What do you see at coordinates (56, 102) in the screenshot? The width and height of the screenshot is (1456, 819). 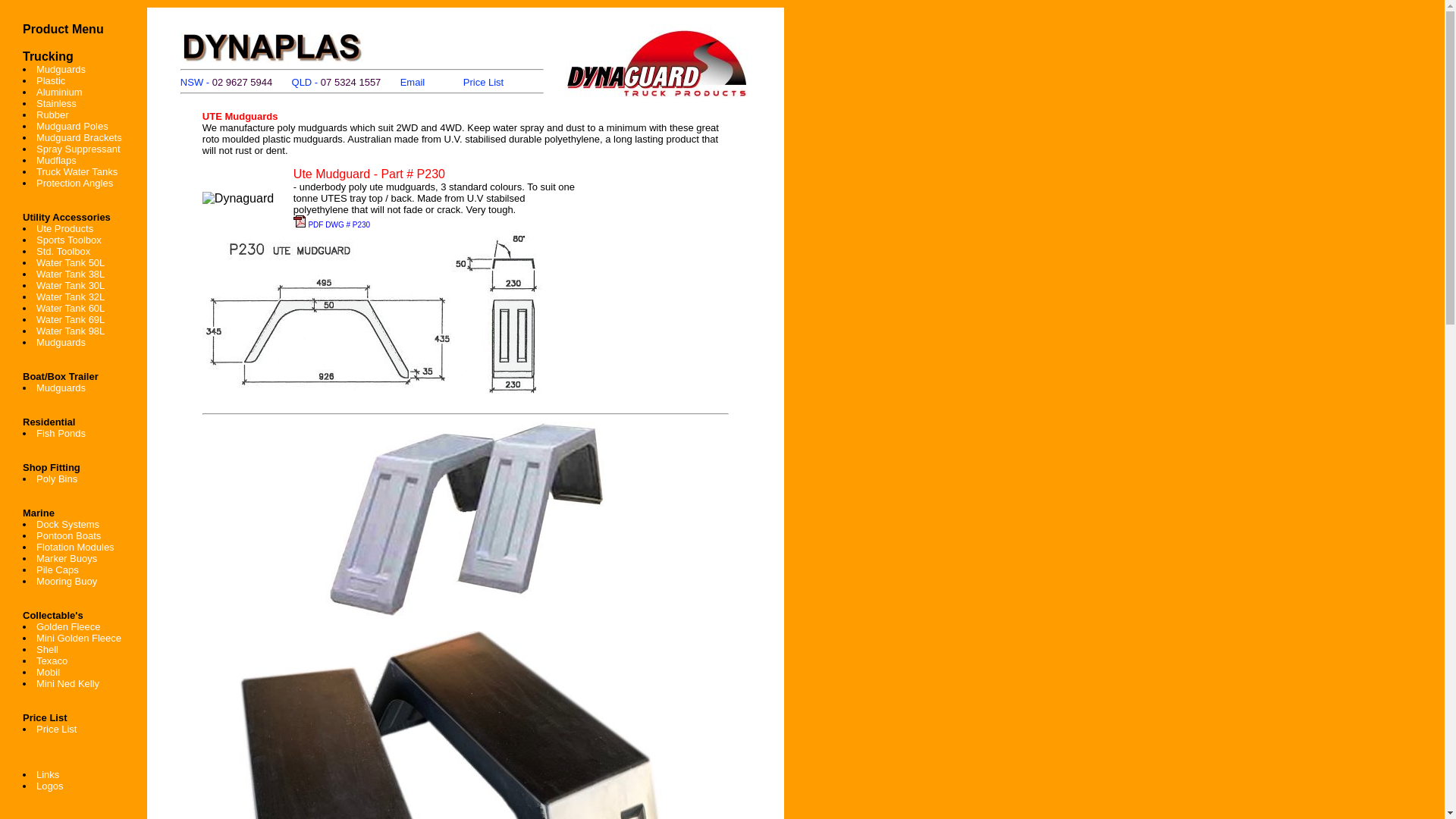 I see `'Stainless'` at bounding box center [56, 102].